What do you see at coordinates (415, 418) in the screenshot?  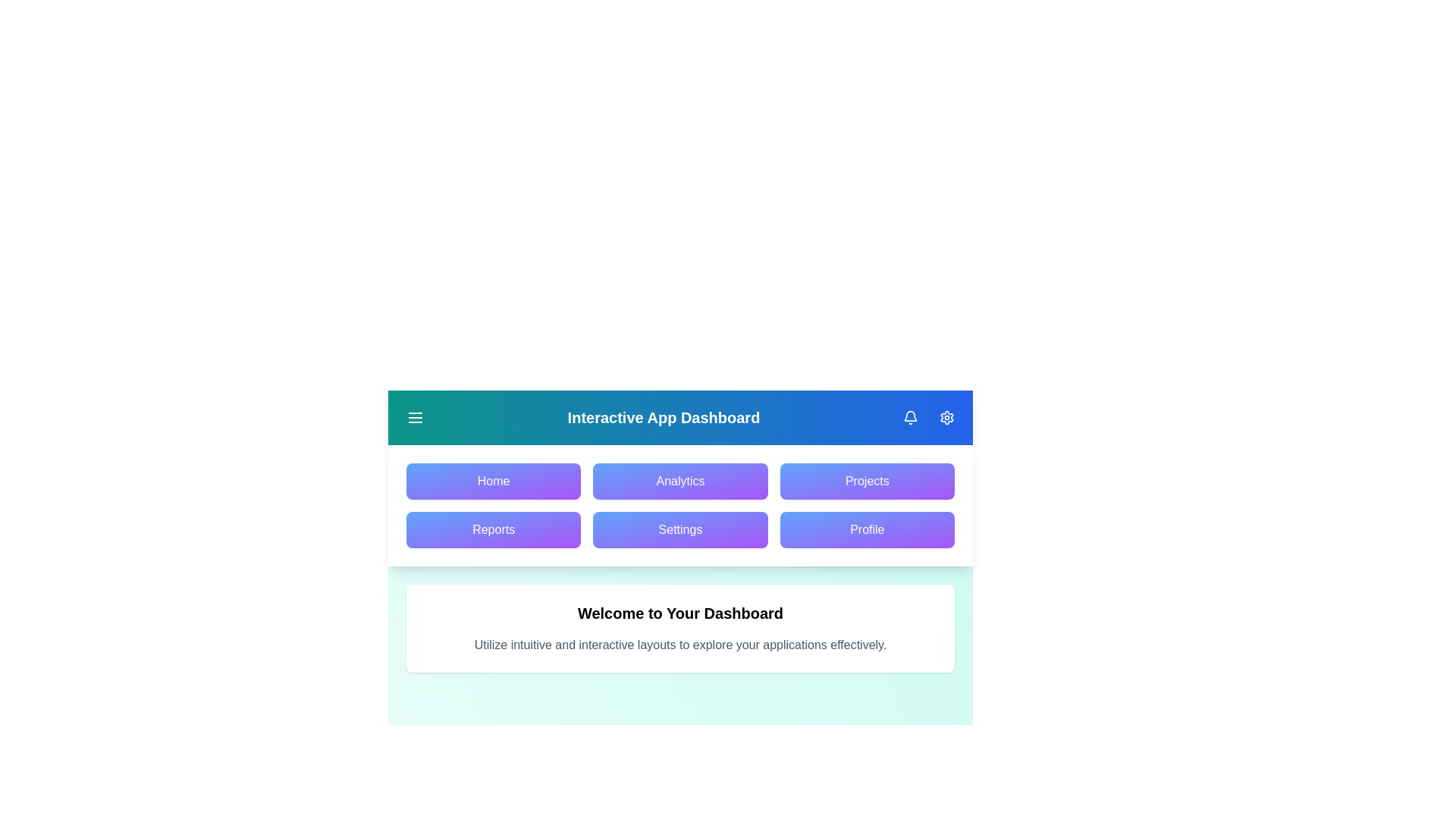 I see `the menu toggle button to toggle the menu visibility` at bounding box center [415, 418].